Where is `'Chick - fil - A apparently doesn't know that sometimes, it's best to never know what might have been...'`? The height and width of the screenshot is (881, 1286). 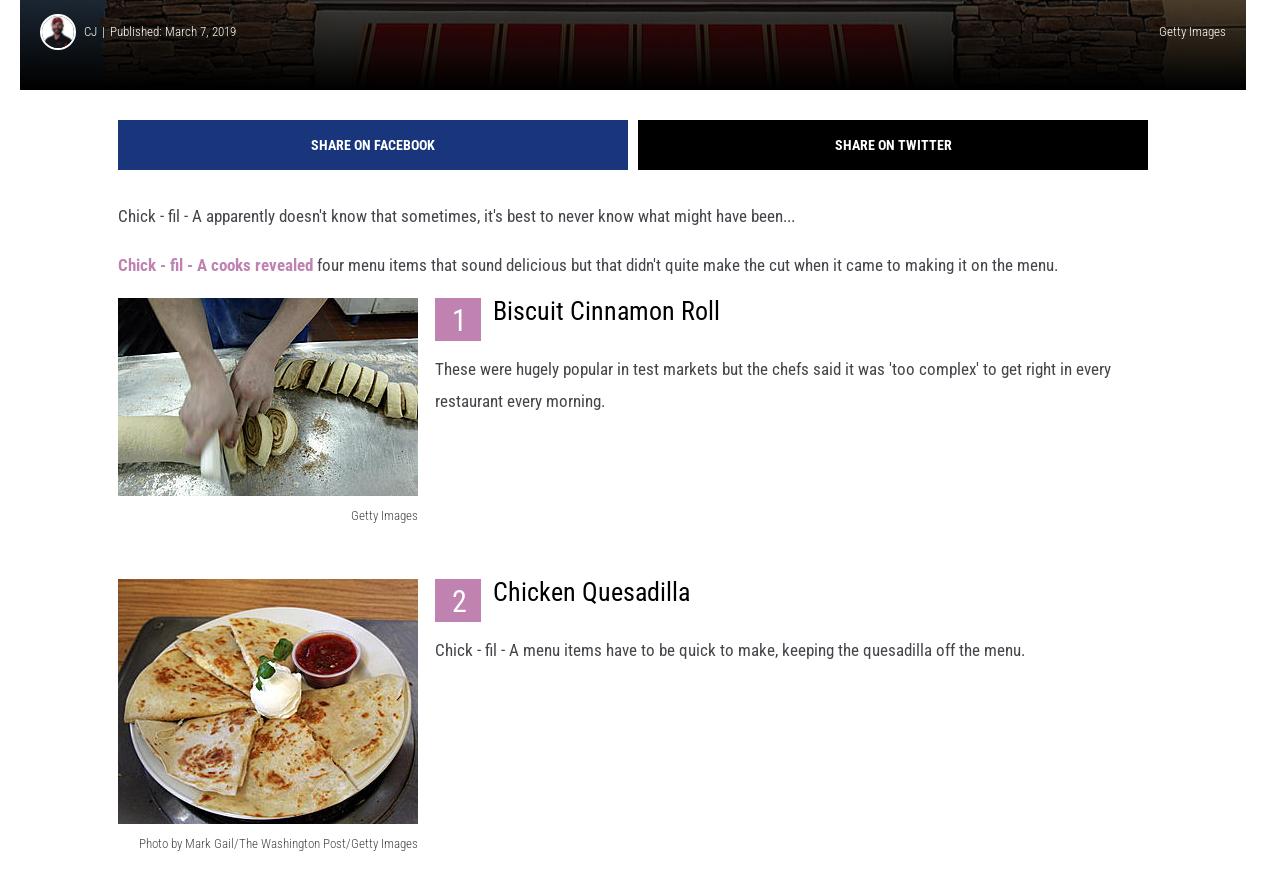 'Chick - fil - A apparently doesn't know that sometimes, it's best to never know what might have been...' is located at coordinates (455, 232).